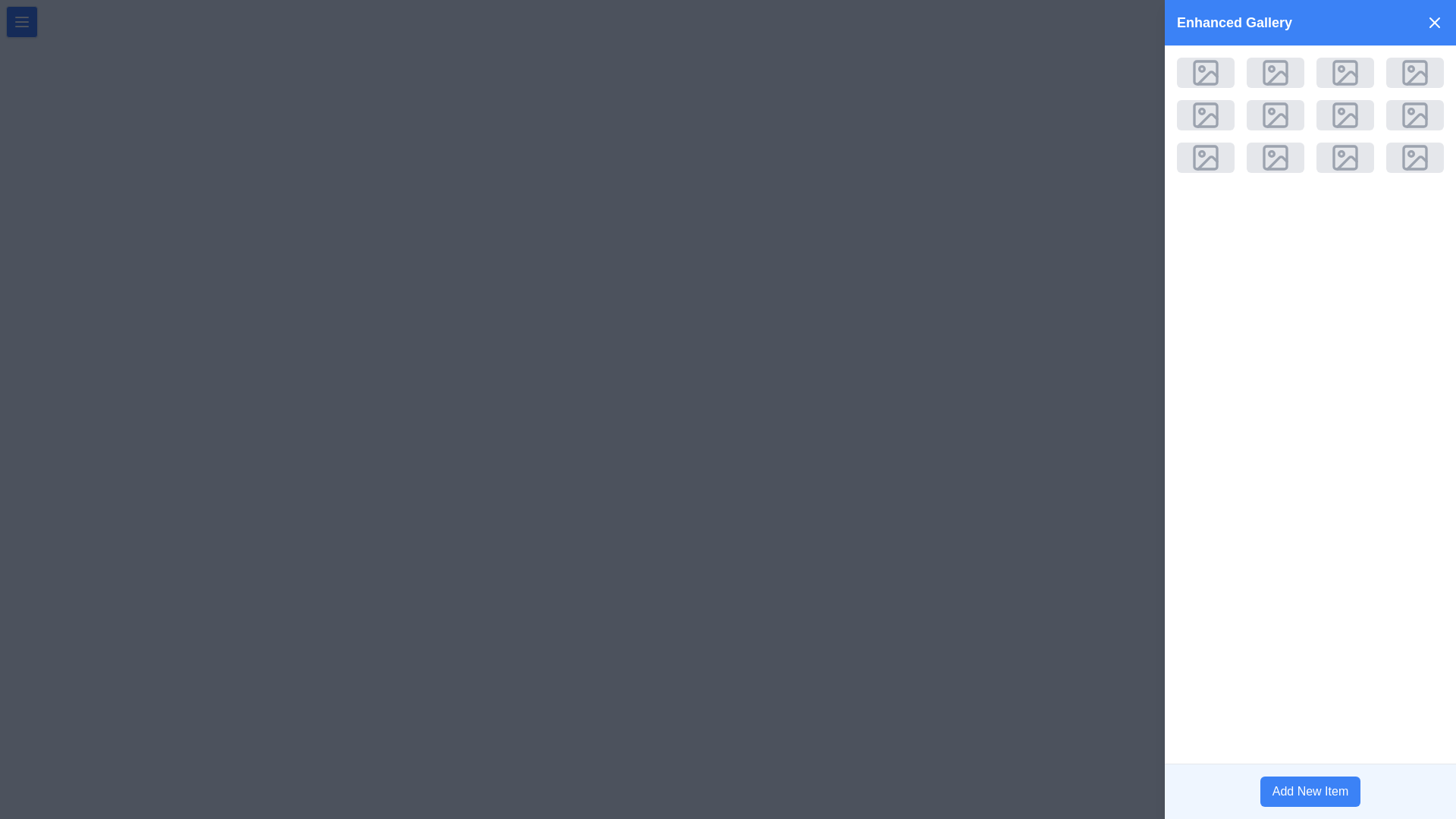 The width and height of the screenshot is (1456, 819). What do you see at coordinates (1414, 114) in the screenshot?
I see `the decorative icon component in the last column of the third row of the grid layout in the 'Enhanced Gallery' panel` at bounding box center [1414, 114].